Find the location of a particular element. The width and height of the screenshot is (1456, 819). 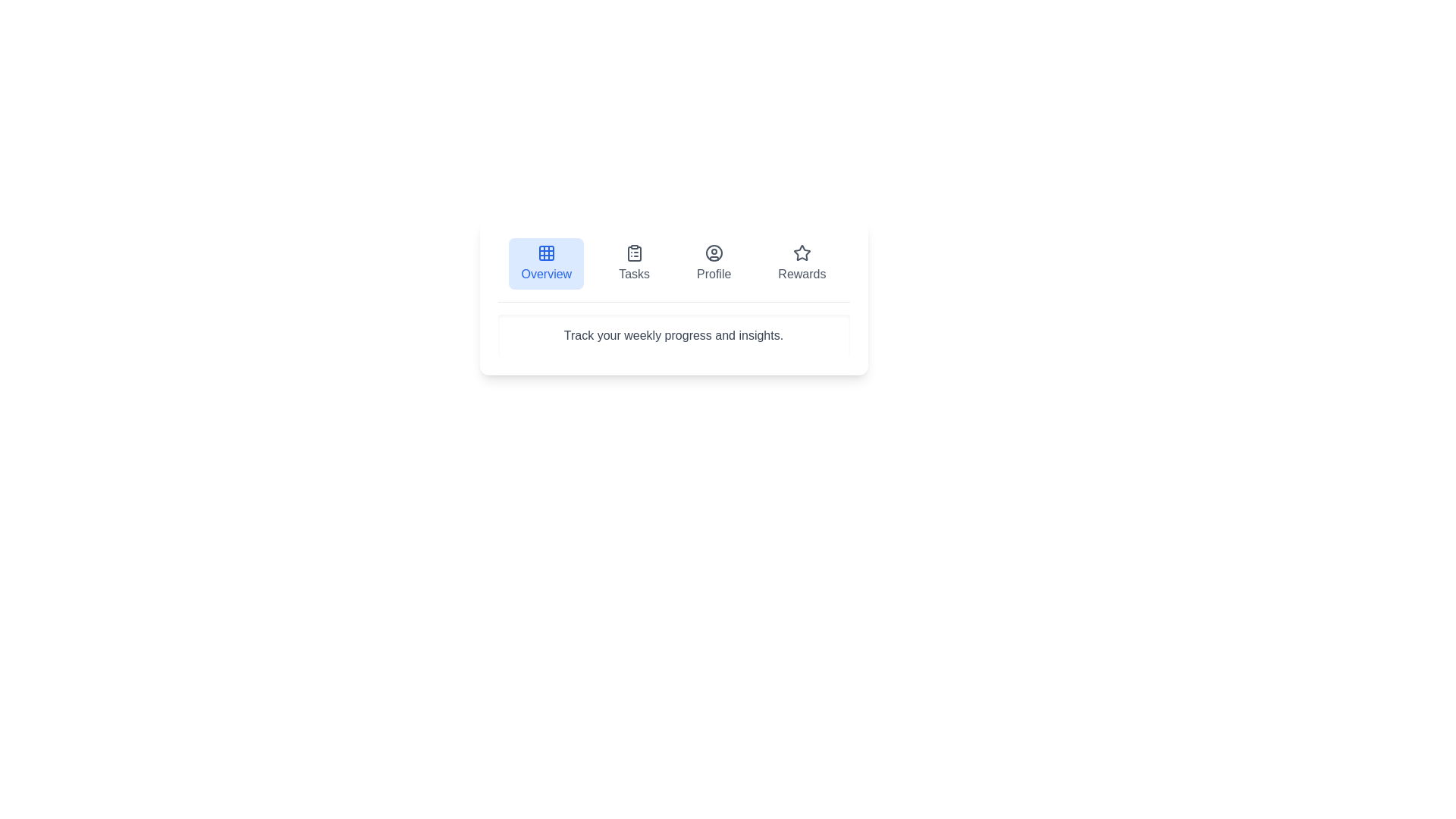

the star-shaped icon with a hollow outline located in the Rewards tab at the top-right of the interface is located at coordinates (801, 252).